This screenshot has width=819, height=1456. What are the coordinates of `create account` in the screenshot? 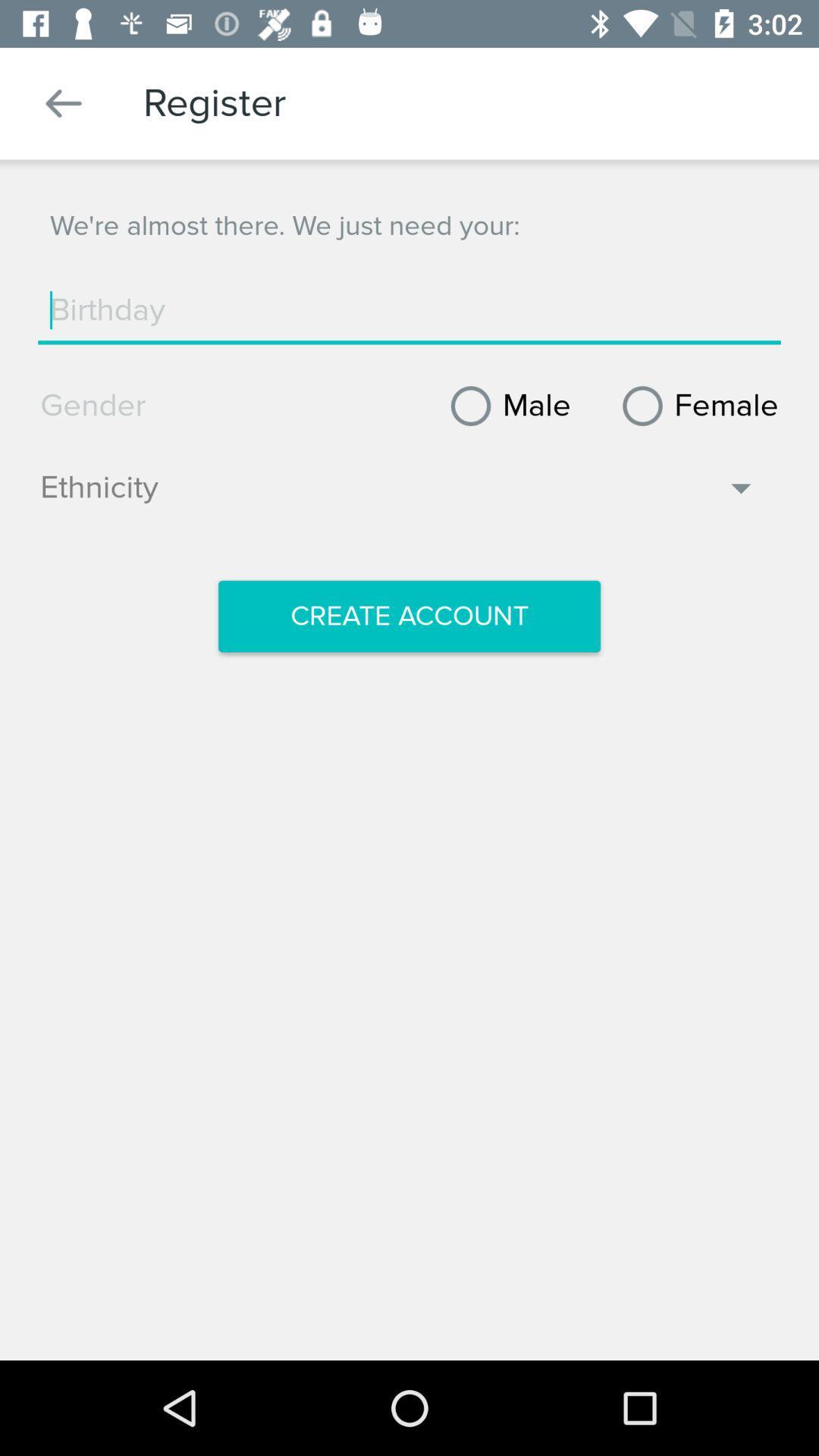 It's located at (409, 616).